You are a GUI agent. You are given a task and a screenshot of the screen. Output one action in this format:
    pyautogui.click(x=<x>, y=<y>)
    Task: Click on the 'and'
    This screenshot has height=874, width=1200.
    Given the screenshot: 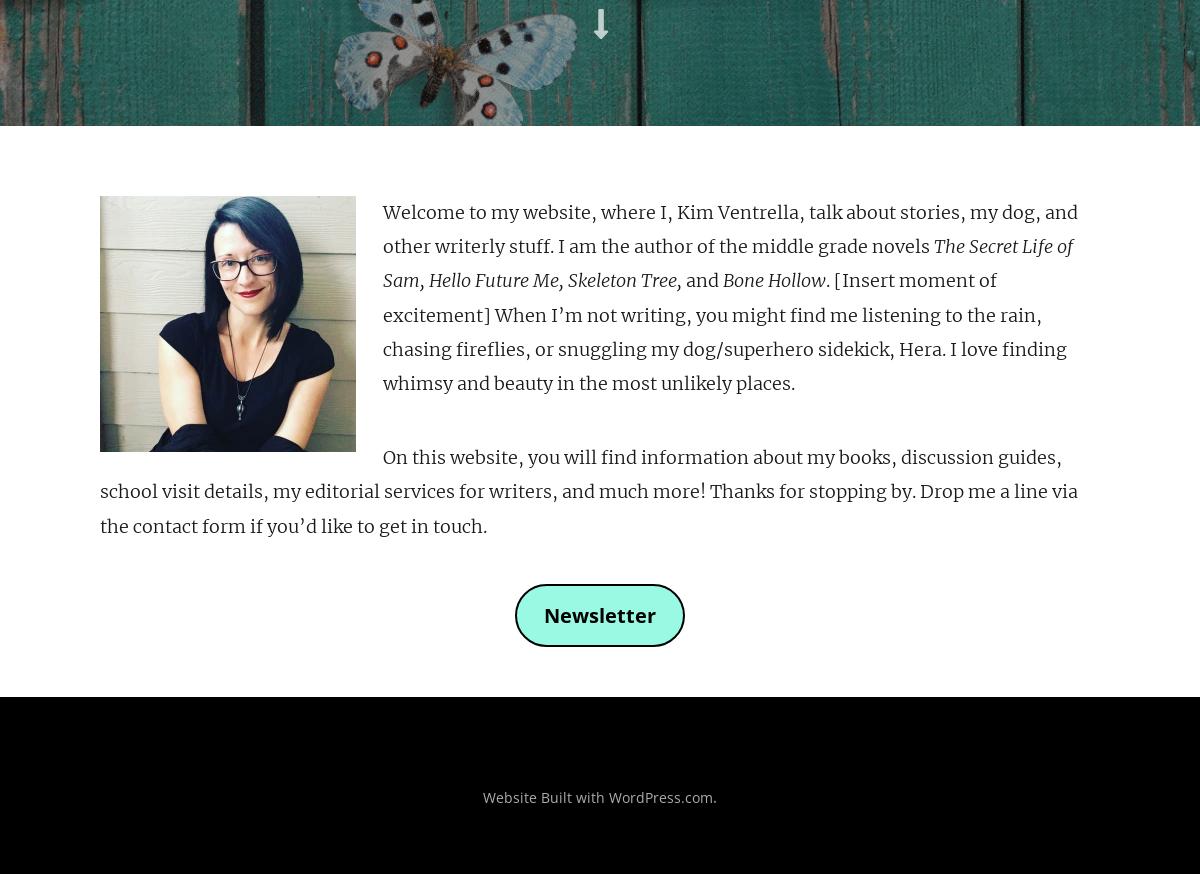 What is the action you would take?
    pyautogui.click(x=681, y=280)
    